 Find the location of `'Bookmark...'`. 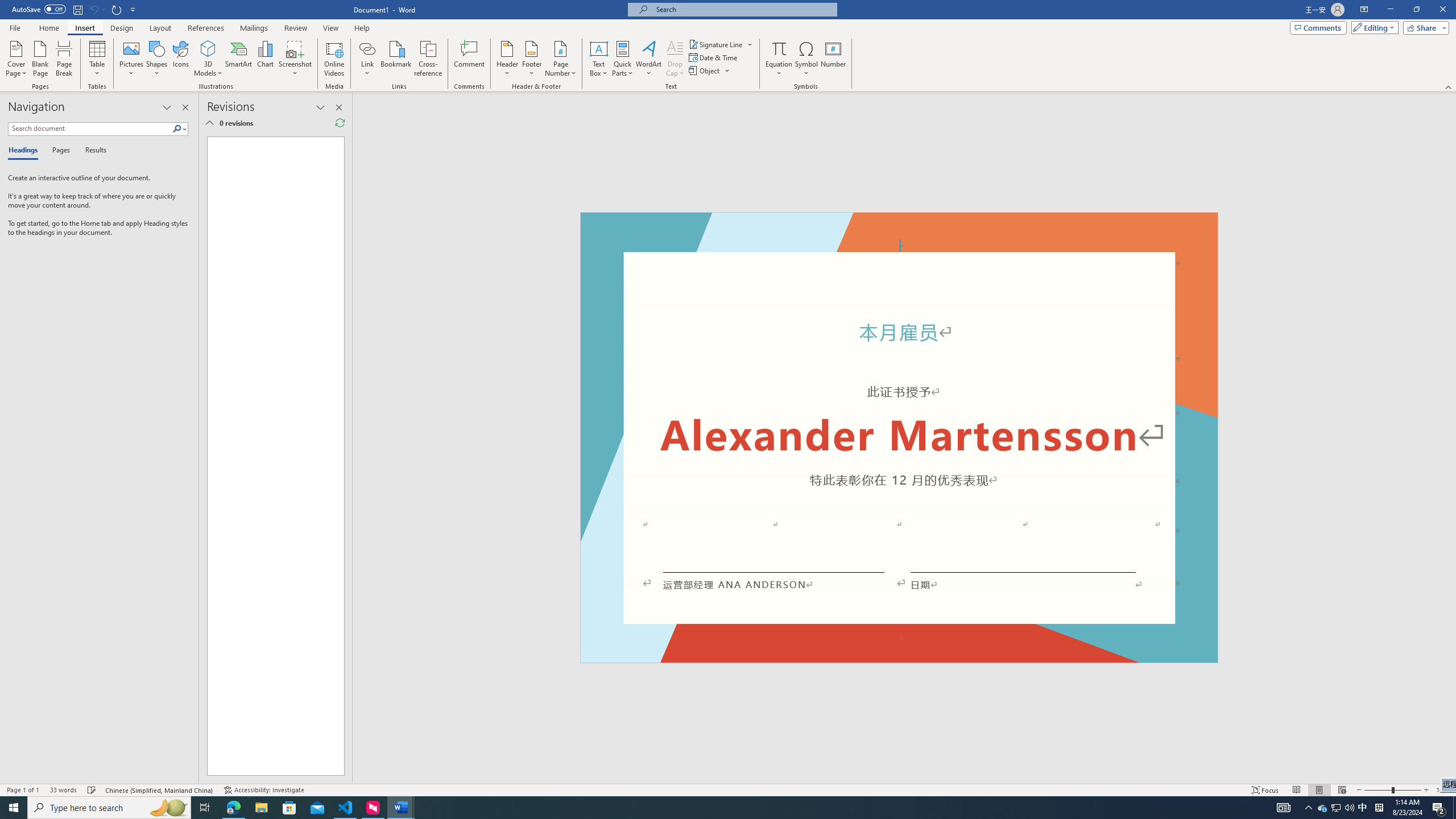

'Bookmark...' is located at coordinates (396, 59).